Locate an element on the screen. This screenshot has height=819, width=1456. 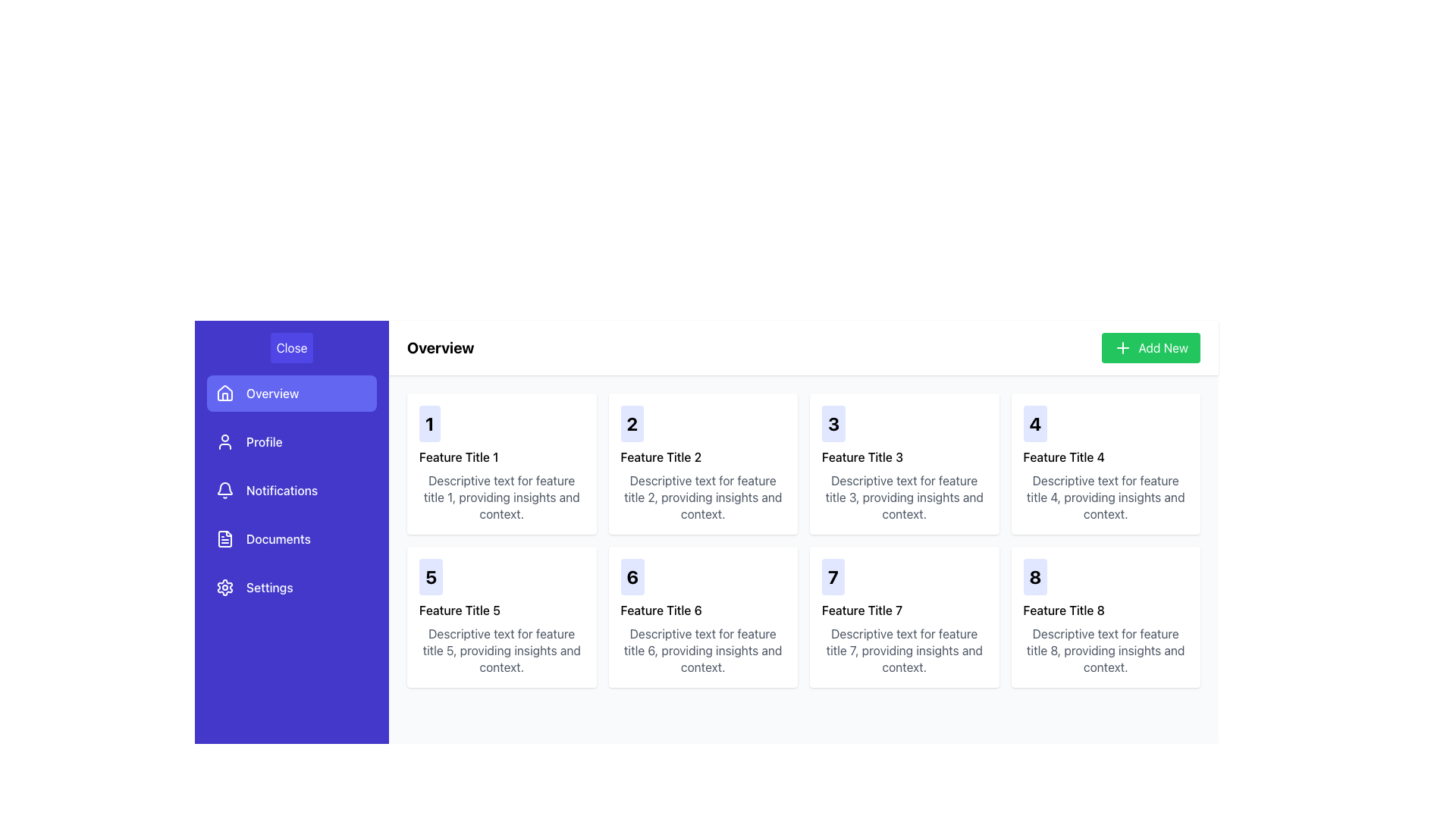
the 'Overview' label, which is part of a button with a blue background located is located at coordinates (272, 393).